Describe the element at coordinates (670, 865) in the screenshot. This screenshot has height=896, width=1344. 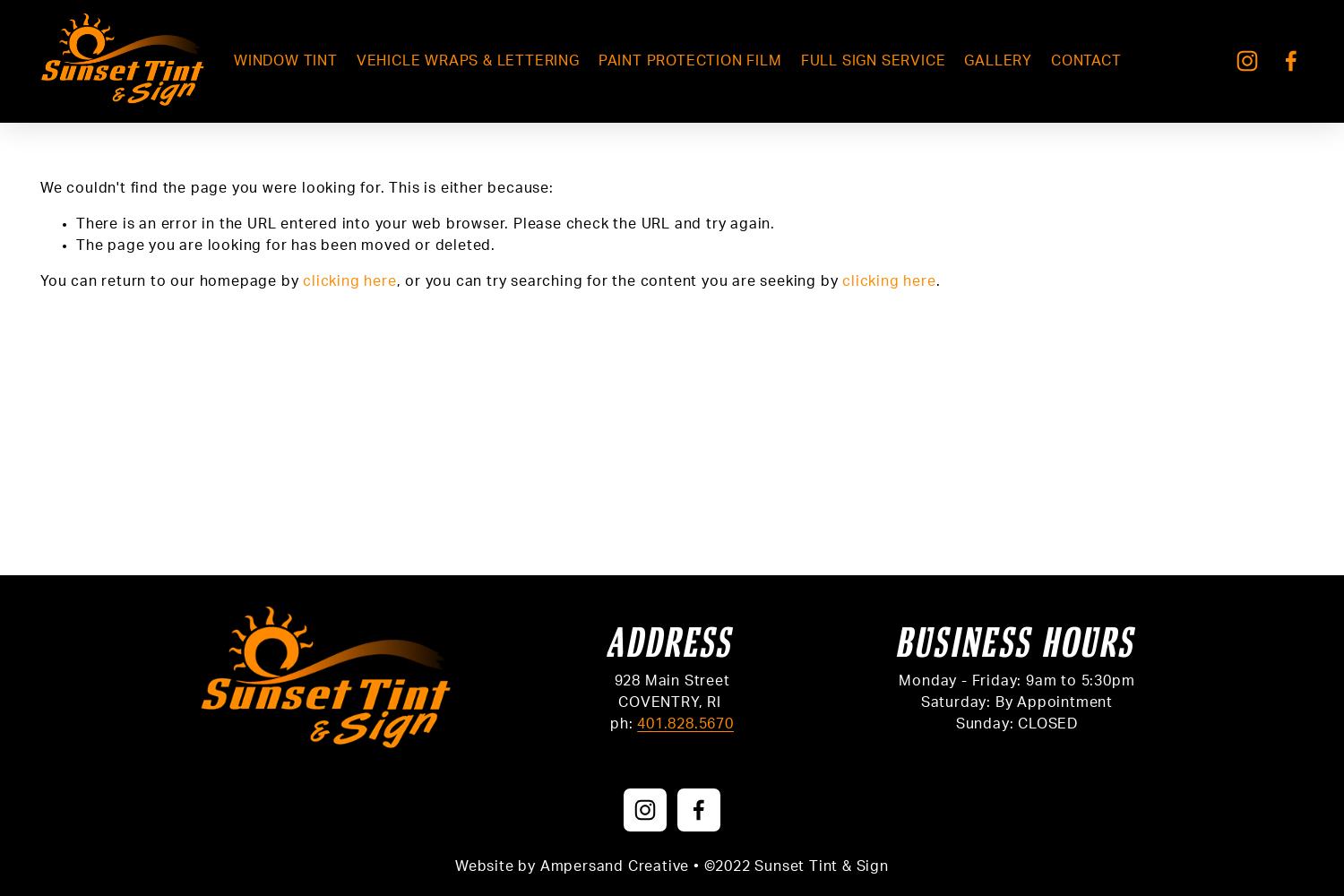
I see `'Website by Ampersand Creative • ©2022 Sunset Tint & Sign'` at that location.